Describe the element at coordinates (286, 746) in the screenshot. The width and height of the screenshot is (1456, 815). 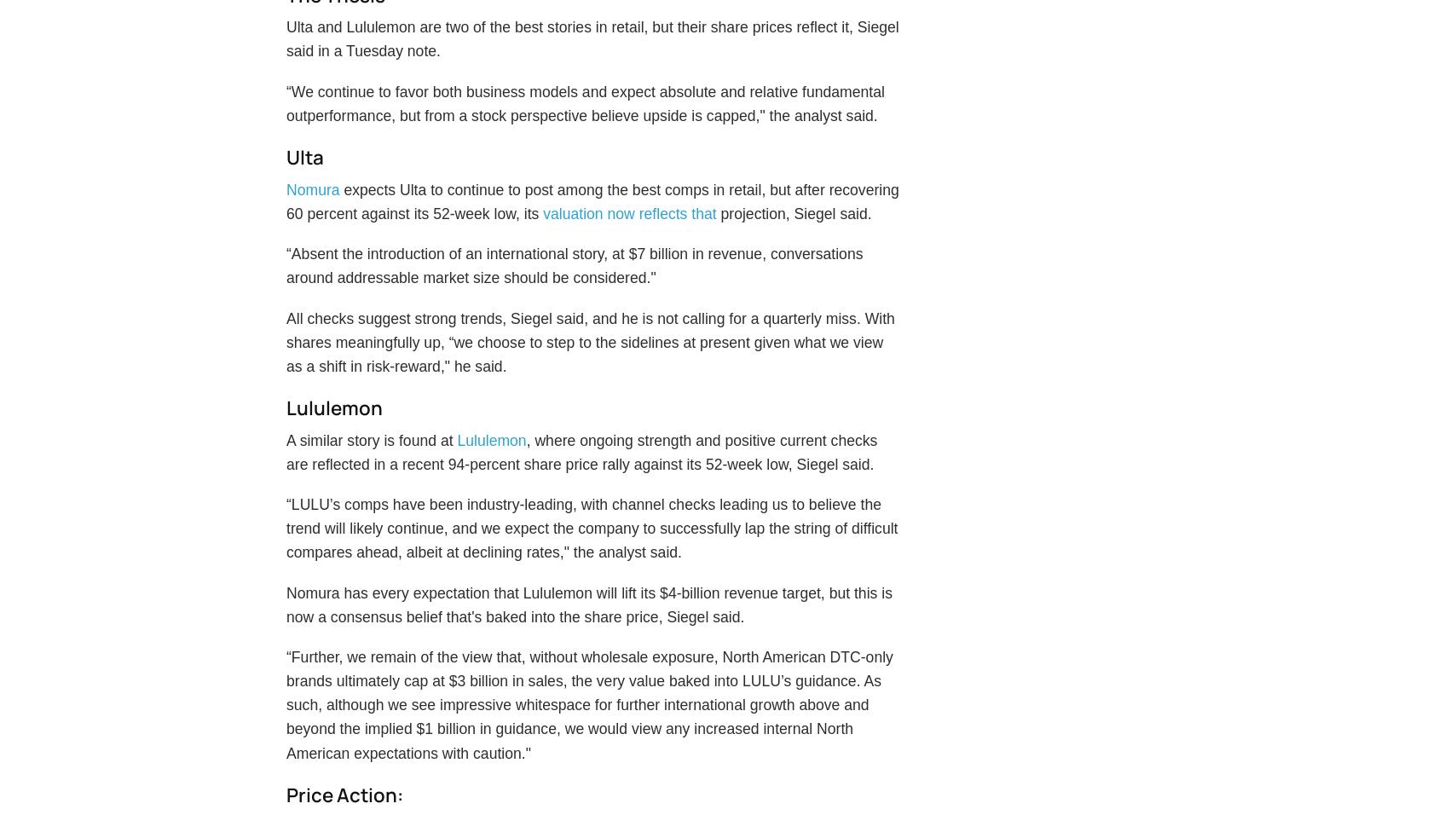
I see `'“Further, we remain of the view that, without wholesale exposure, North American DTC-only brands ultimately cap at $3 billion in sales, the very value baked into LULU’s guidance. As such, although we see impressive whitespace for further international growth above and beyond the implied $1 billion in guidance, we would view any increased internal North American expectations with caution."'` at that location.